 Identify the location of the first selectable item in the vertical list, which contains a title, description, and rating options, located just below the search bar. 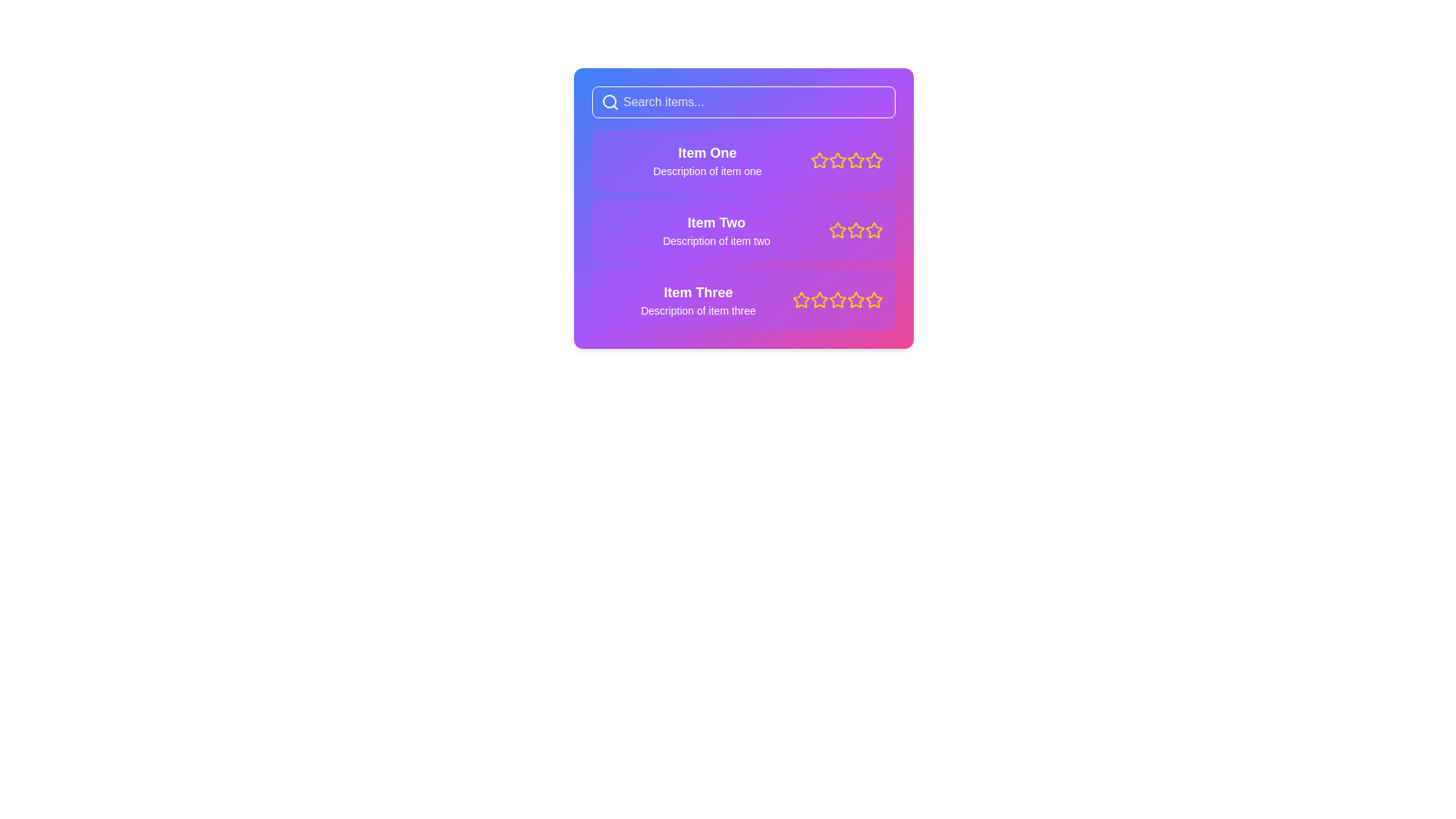
(743, 161).